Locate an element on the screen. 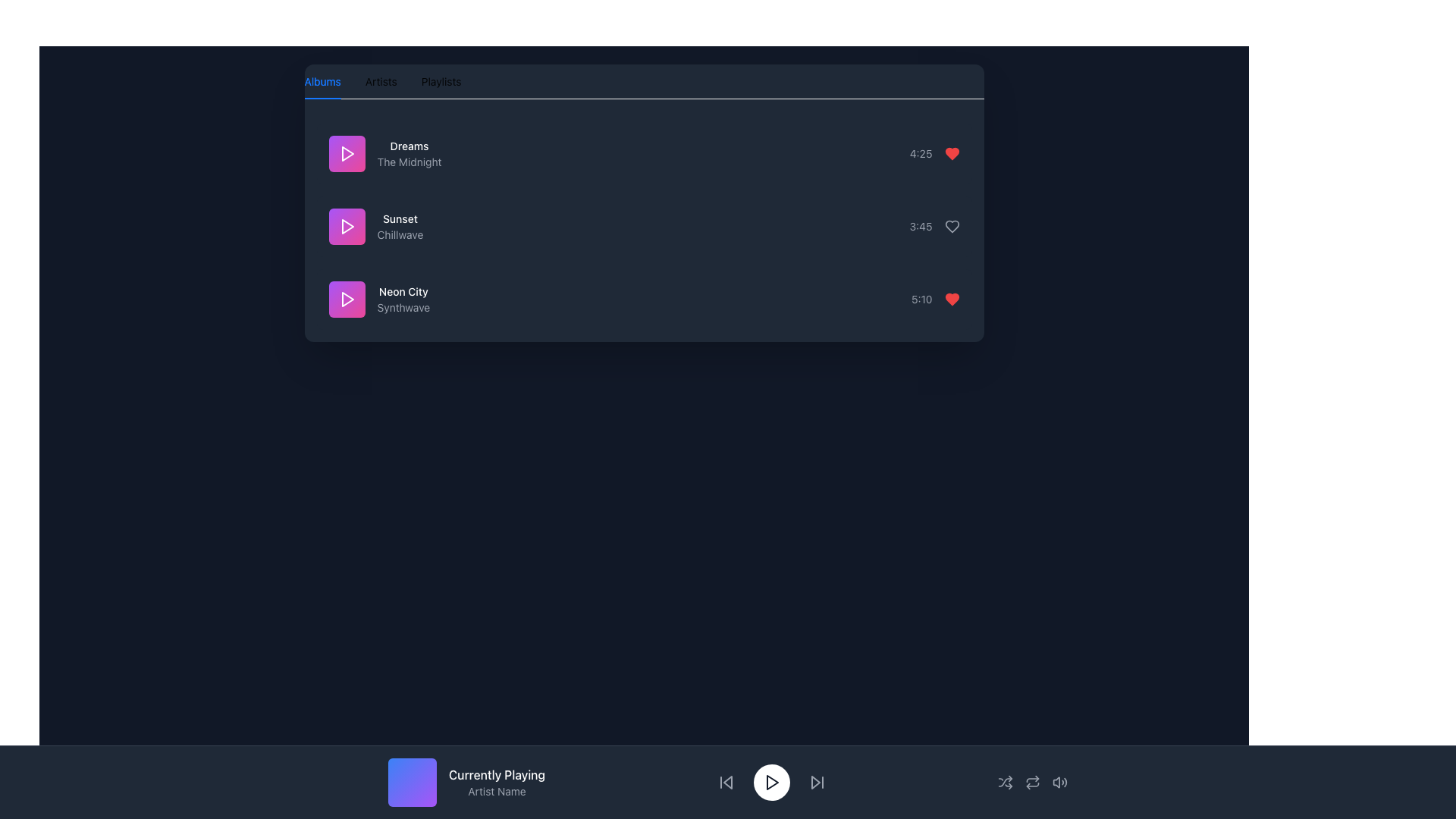 The height and width of the screenshot is (819, 1456). the triangular forward-facing play icon located at the bottom center of the interface to play the audio track is located at coordinates (772, 783).